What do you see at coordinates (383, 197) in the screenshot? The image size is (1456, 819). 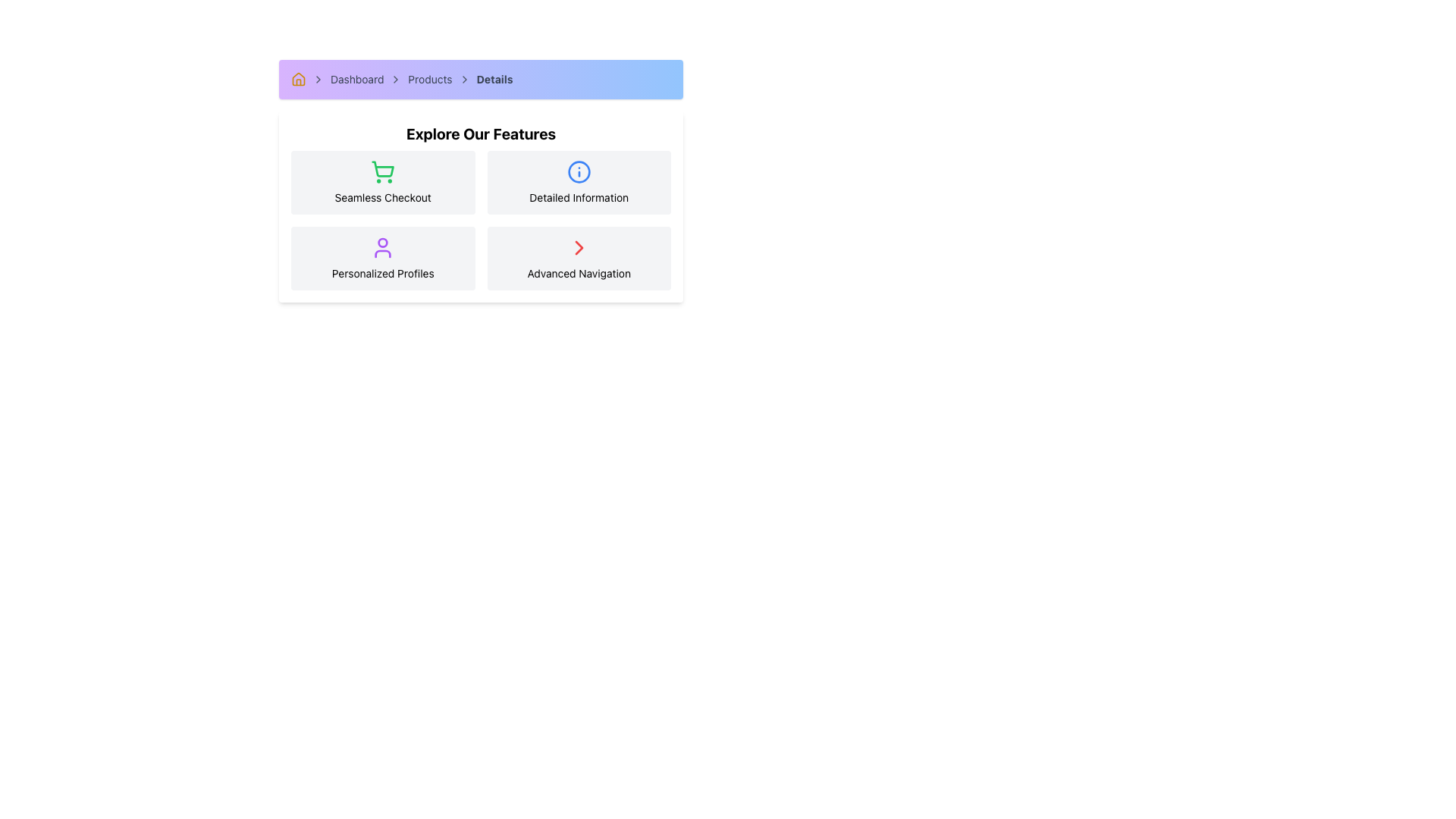 I see `text displayed in the small text block labeled 'Seamless Checkout', which is located in the middle-left rectangular card below the green shopping cart icon` at bounding box center [383, 197].